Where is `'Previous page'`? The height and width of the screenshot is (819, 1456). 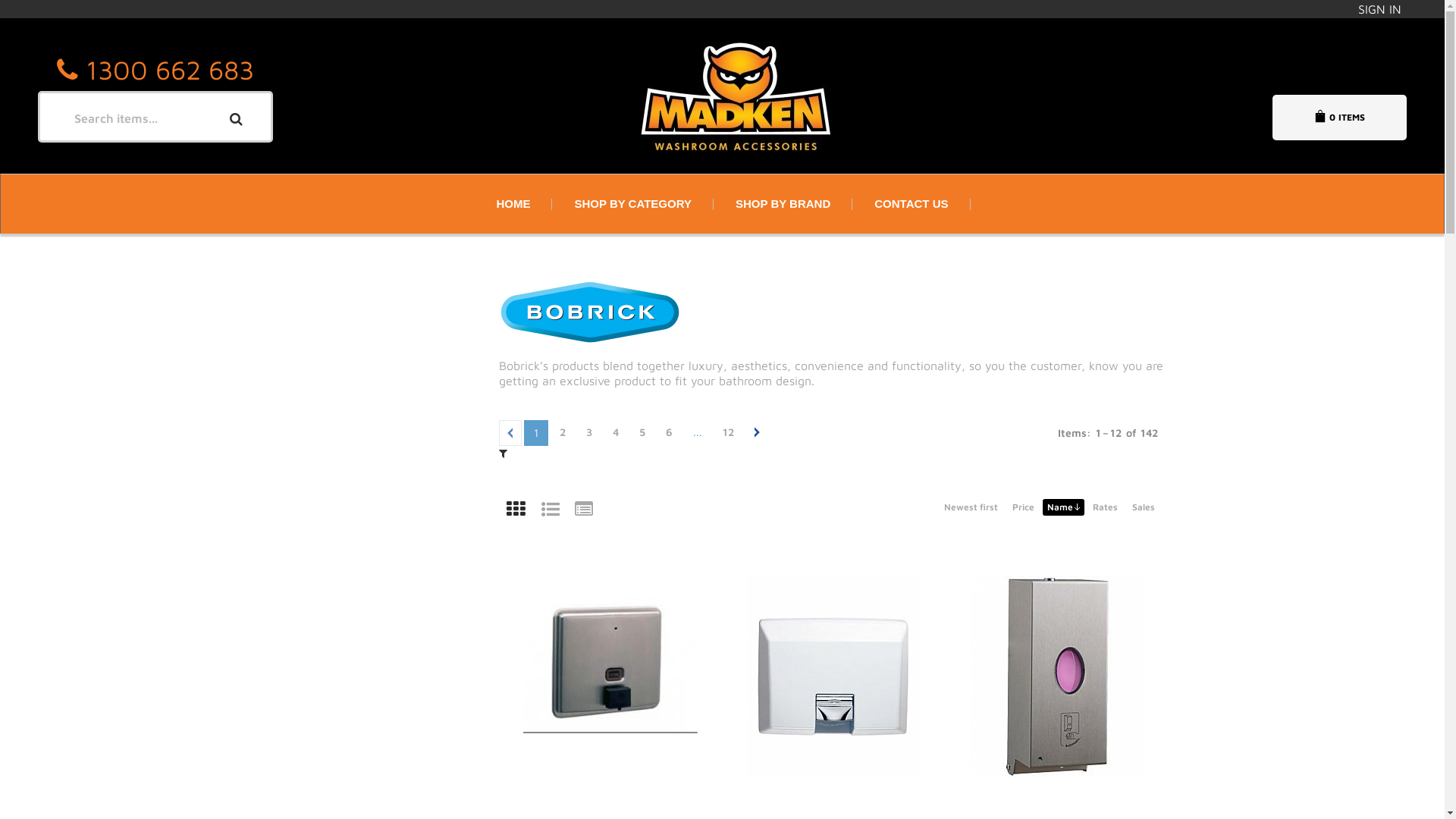 'Previous page' is located at coordinates (510, 432).